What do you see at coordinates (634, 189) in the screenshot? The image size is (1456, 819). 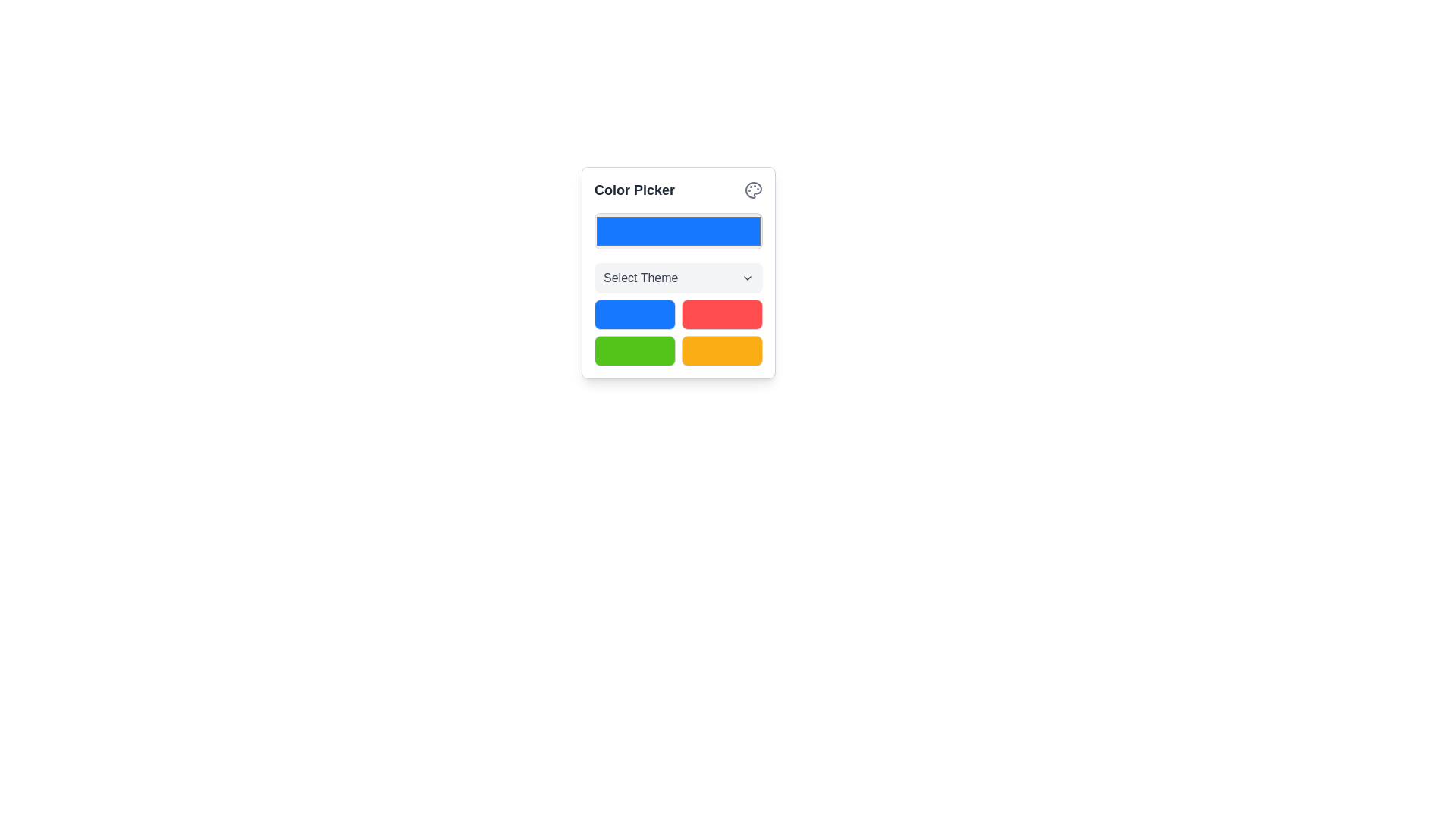 I see `the 'Color Picker' text label, which is prominently displayed in a bold, dark gray font at the top-left section of a card layout, adjacent to a circular icon` at bounding box center [634, 189].